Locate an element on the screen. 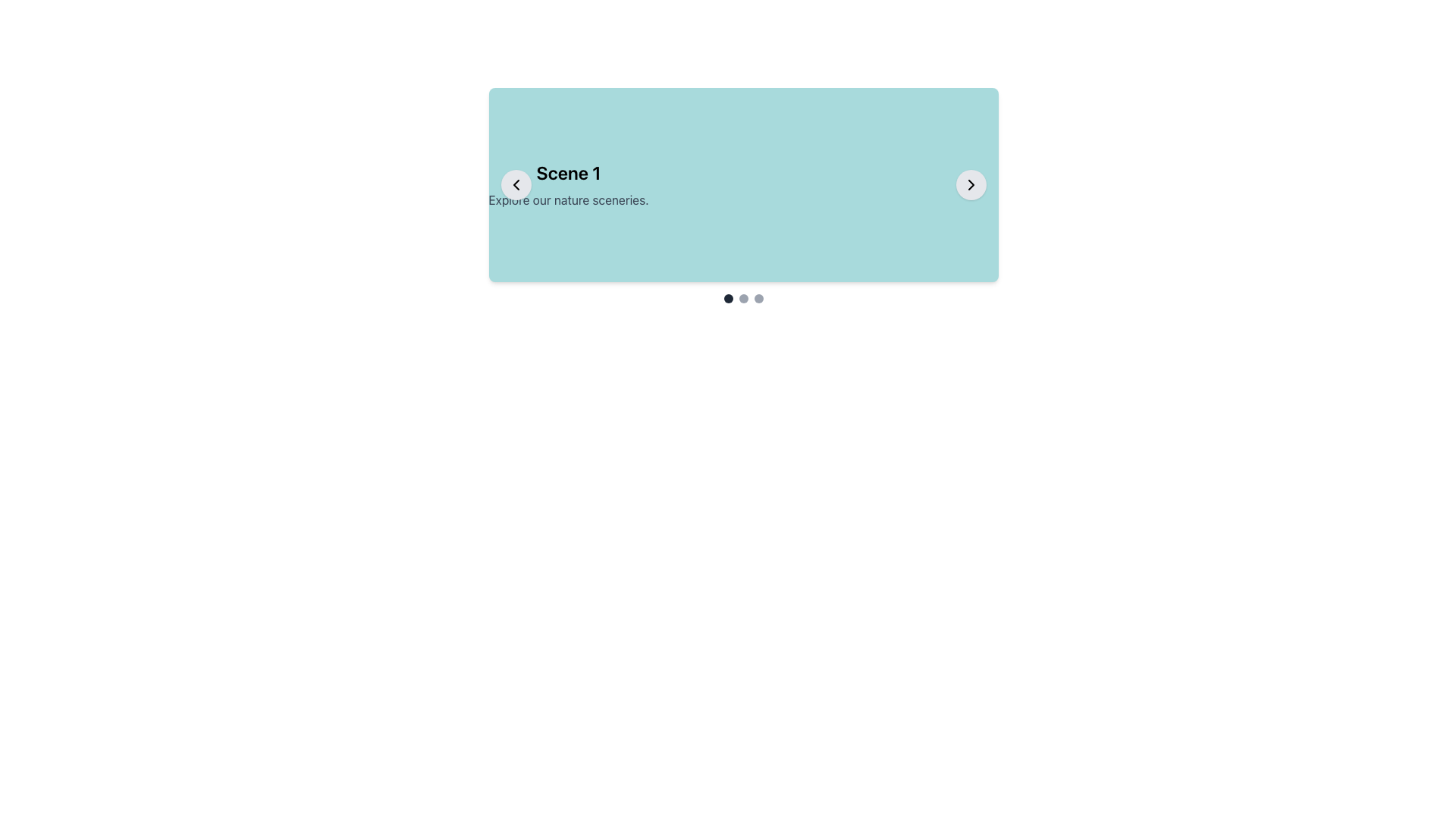 This screenshot has height=819, width=1456. the rightward-pointing chevron arrow icon located in the upper right corner of the turquoise card is located at coordinates (971, 184).